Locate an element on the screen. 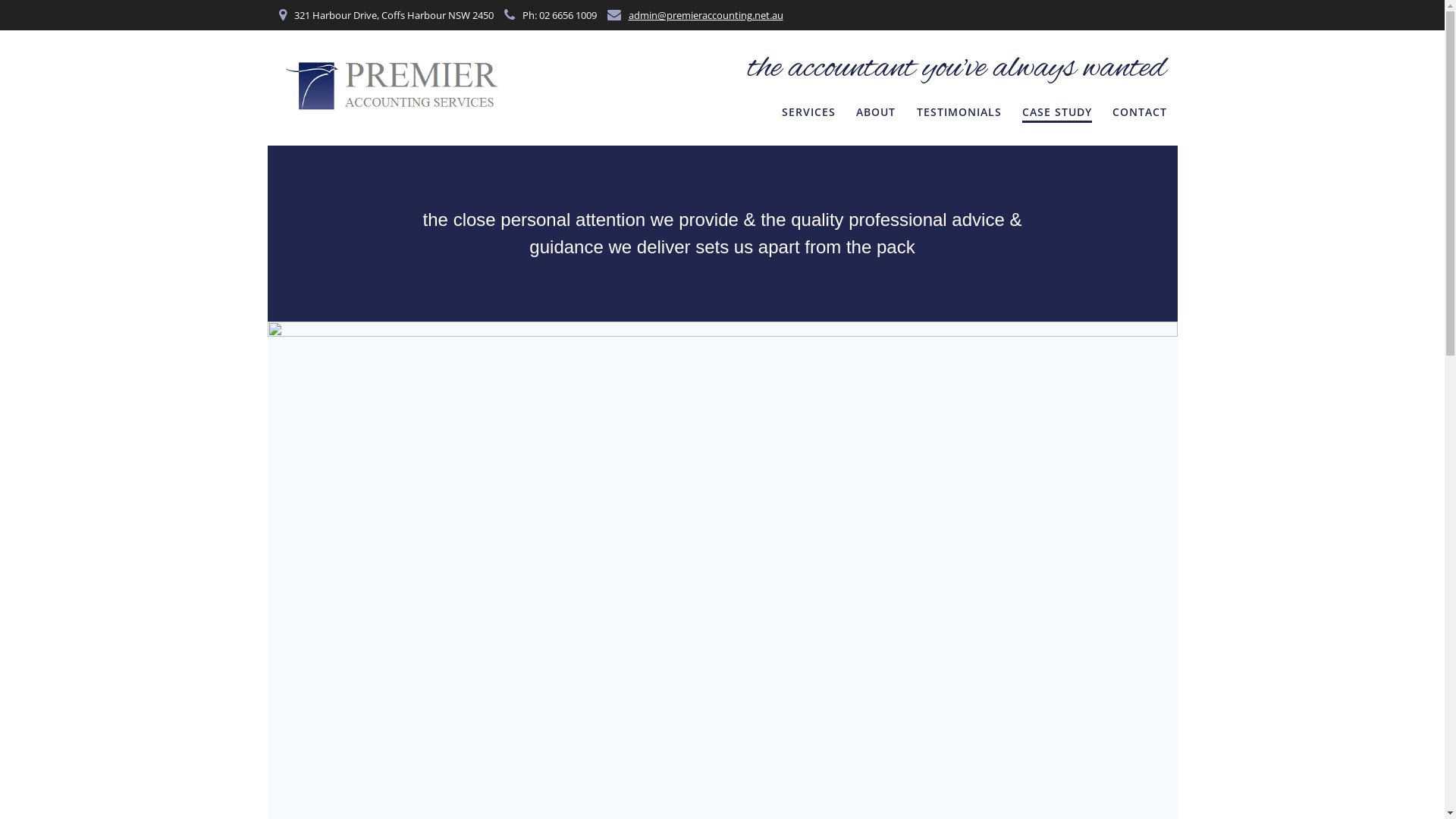  'admin@premieraccounting.net.au' is located at coordinates (704, 14).